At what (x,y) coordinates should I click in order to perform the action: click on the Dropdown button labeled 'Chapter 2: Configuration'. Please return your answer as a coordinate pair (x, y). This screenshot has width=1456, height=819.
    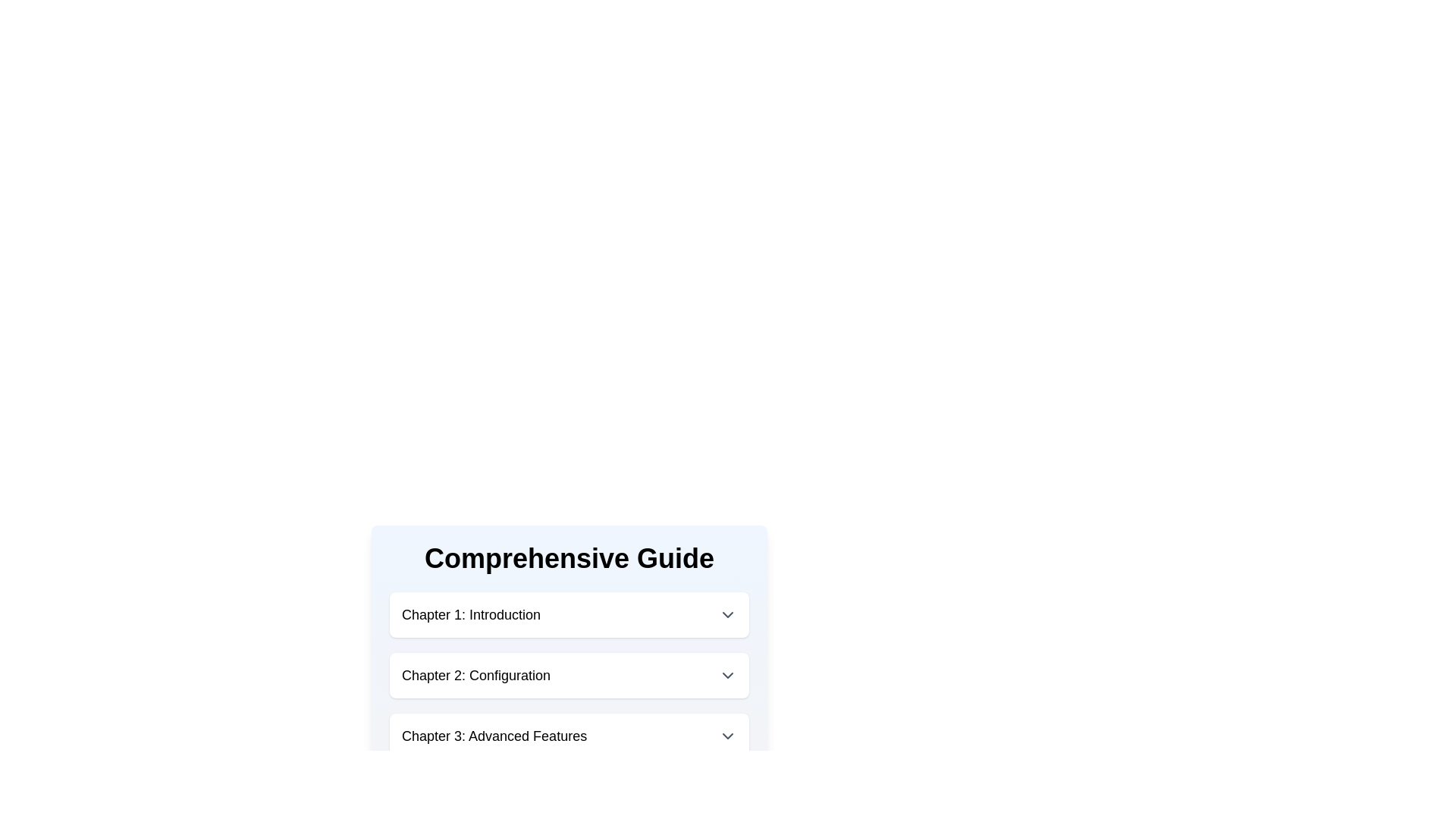
    Looking at the image, I should click on (568, 675).